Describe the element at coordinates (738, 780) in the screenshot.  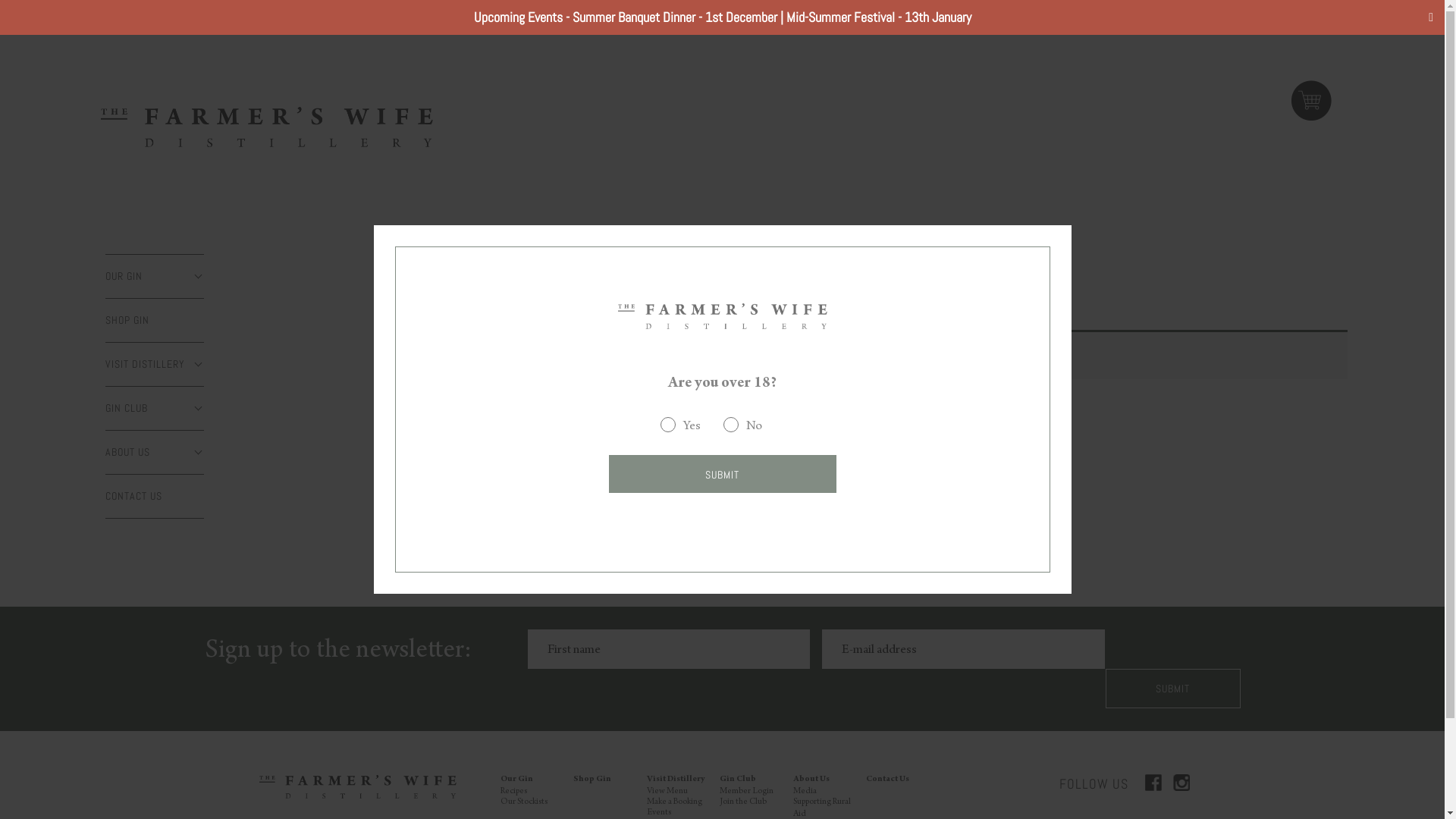
I see `'Gin Club'` at that location.